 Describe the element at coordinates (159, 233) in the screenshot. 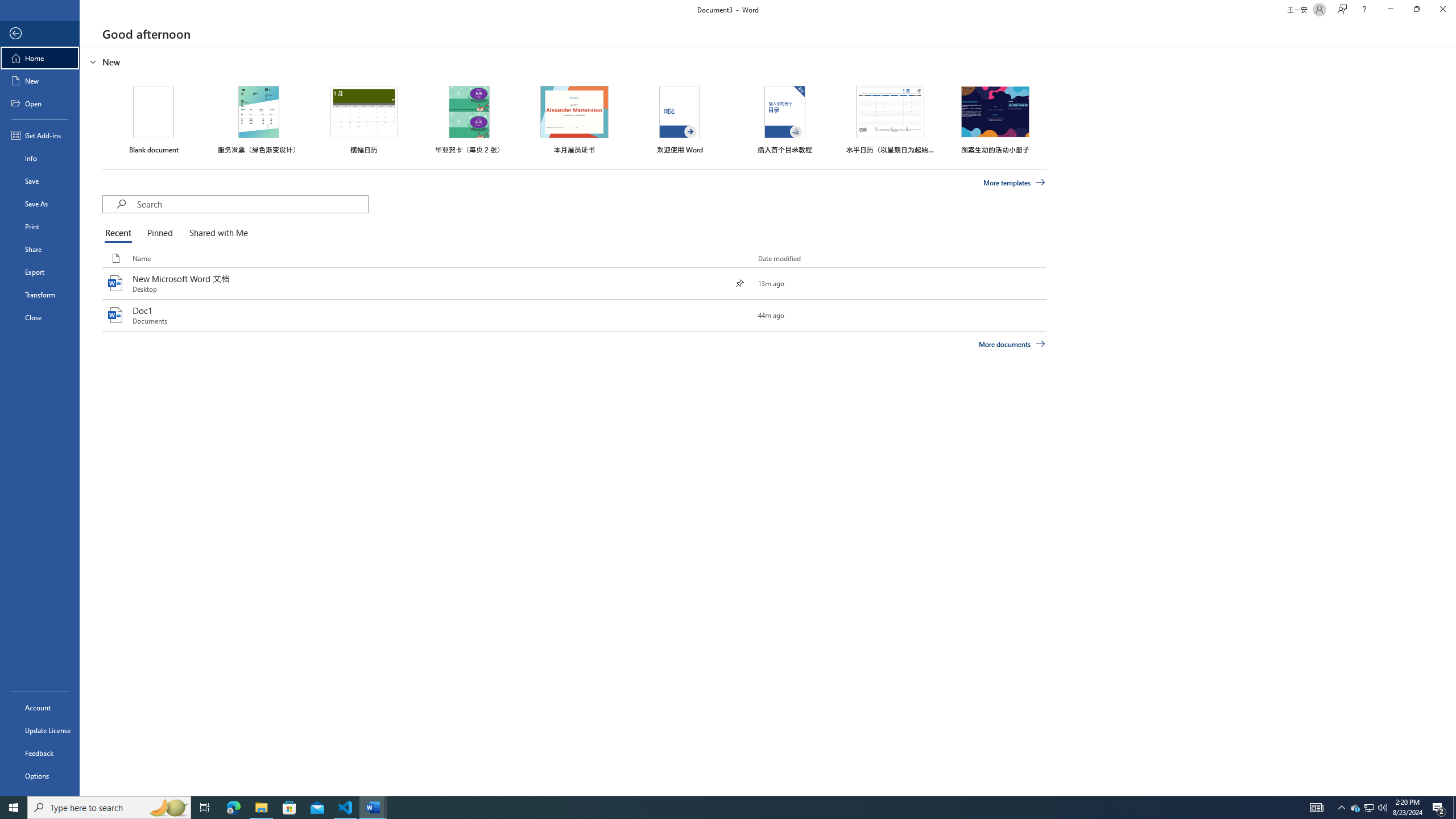

I see `'Pinned'` at that location.